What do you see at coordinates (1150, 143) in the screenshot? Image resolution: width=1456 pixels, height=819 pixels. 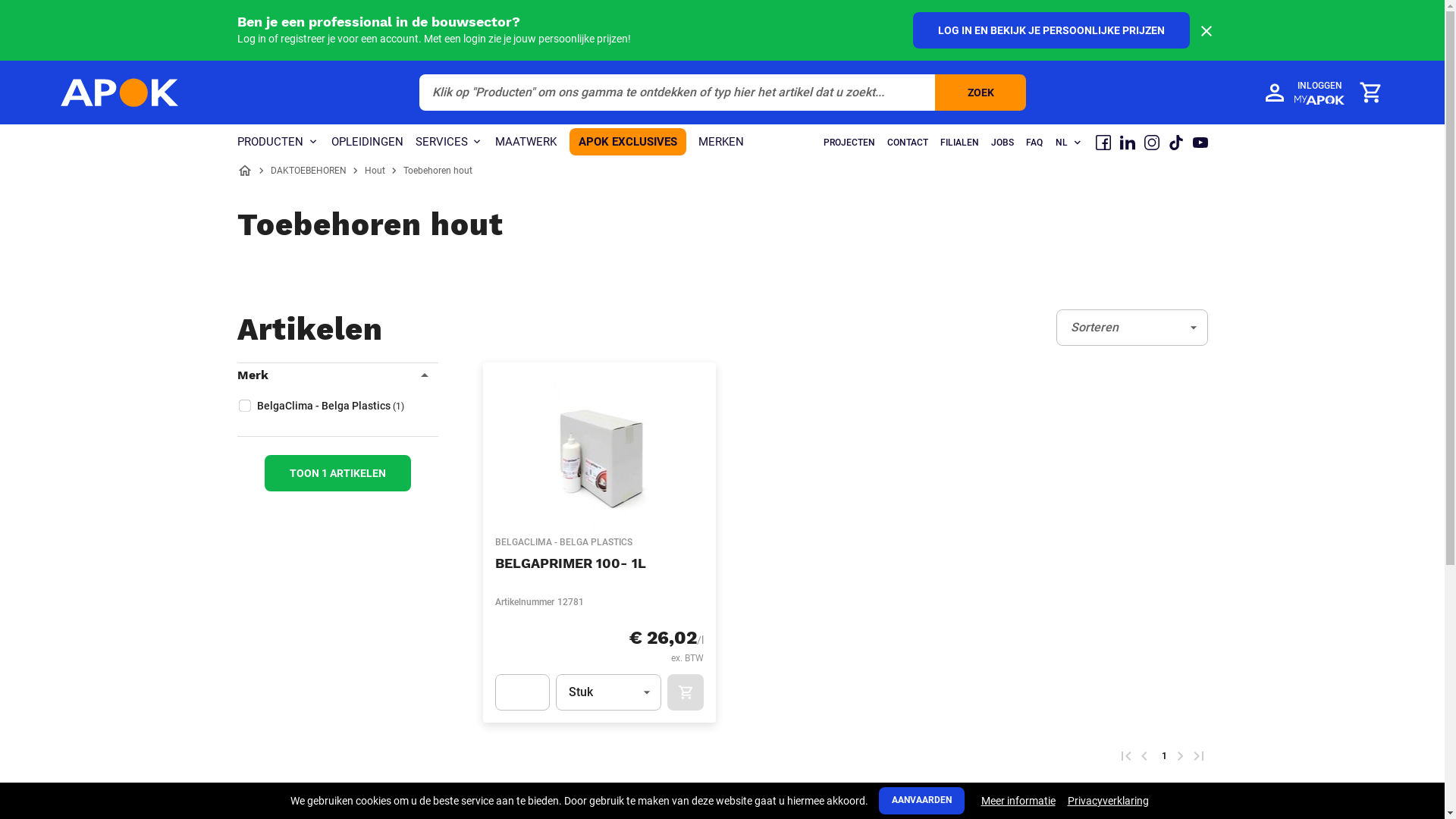 I see `'Instagram'` at bounding box center [1150, 143].